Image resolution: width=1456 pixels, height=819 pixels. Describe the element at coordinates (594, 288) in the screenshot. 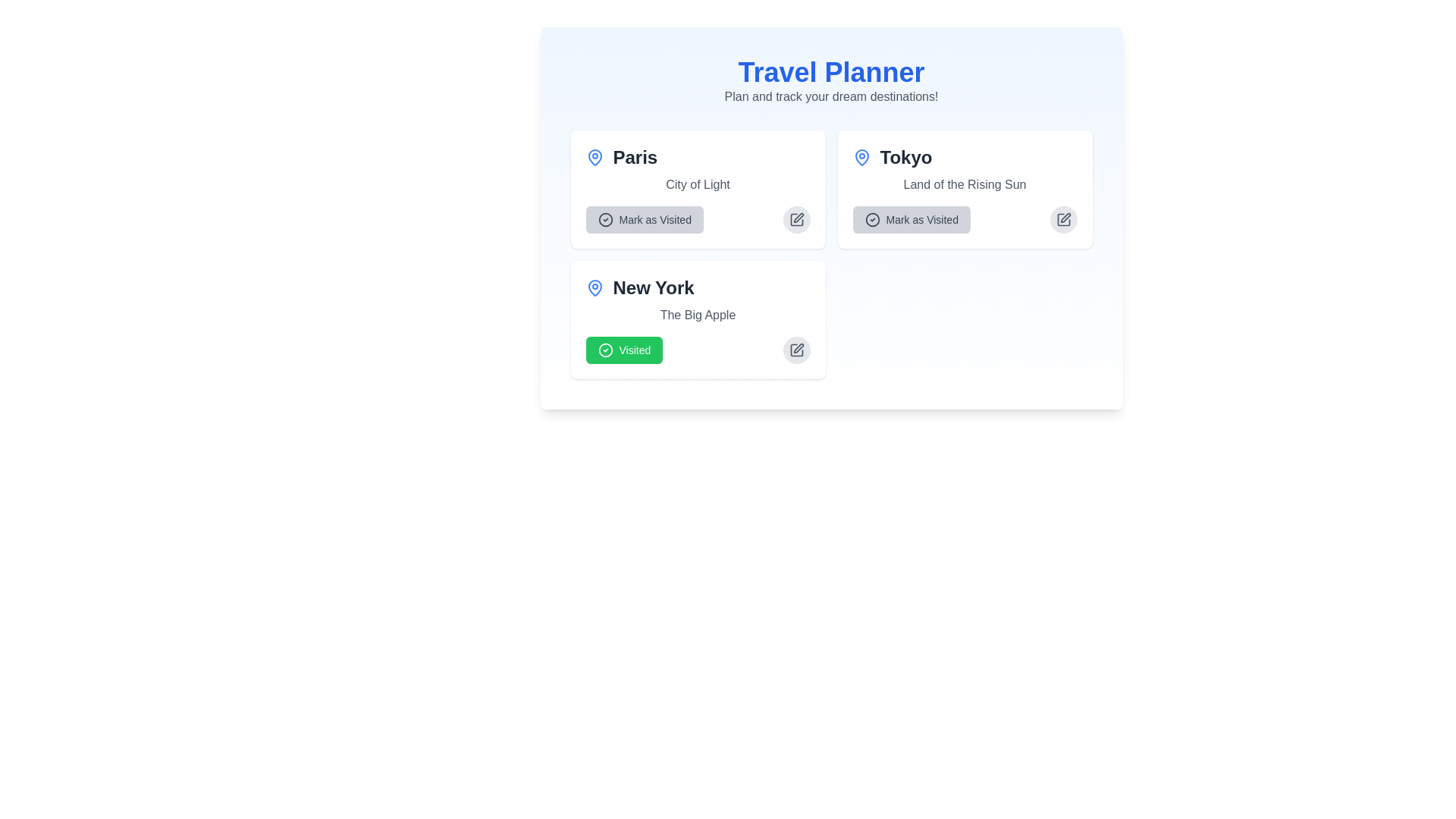

I see `the blue pin or map marker icon located in the top-left corner of the card labeled 'Paris.'` at that location.